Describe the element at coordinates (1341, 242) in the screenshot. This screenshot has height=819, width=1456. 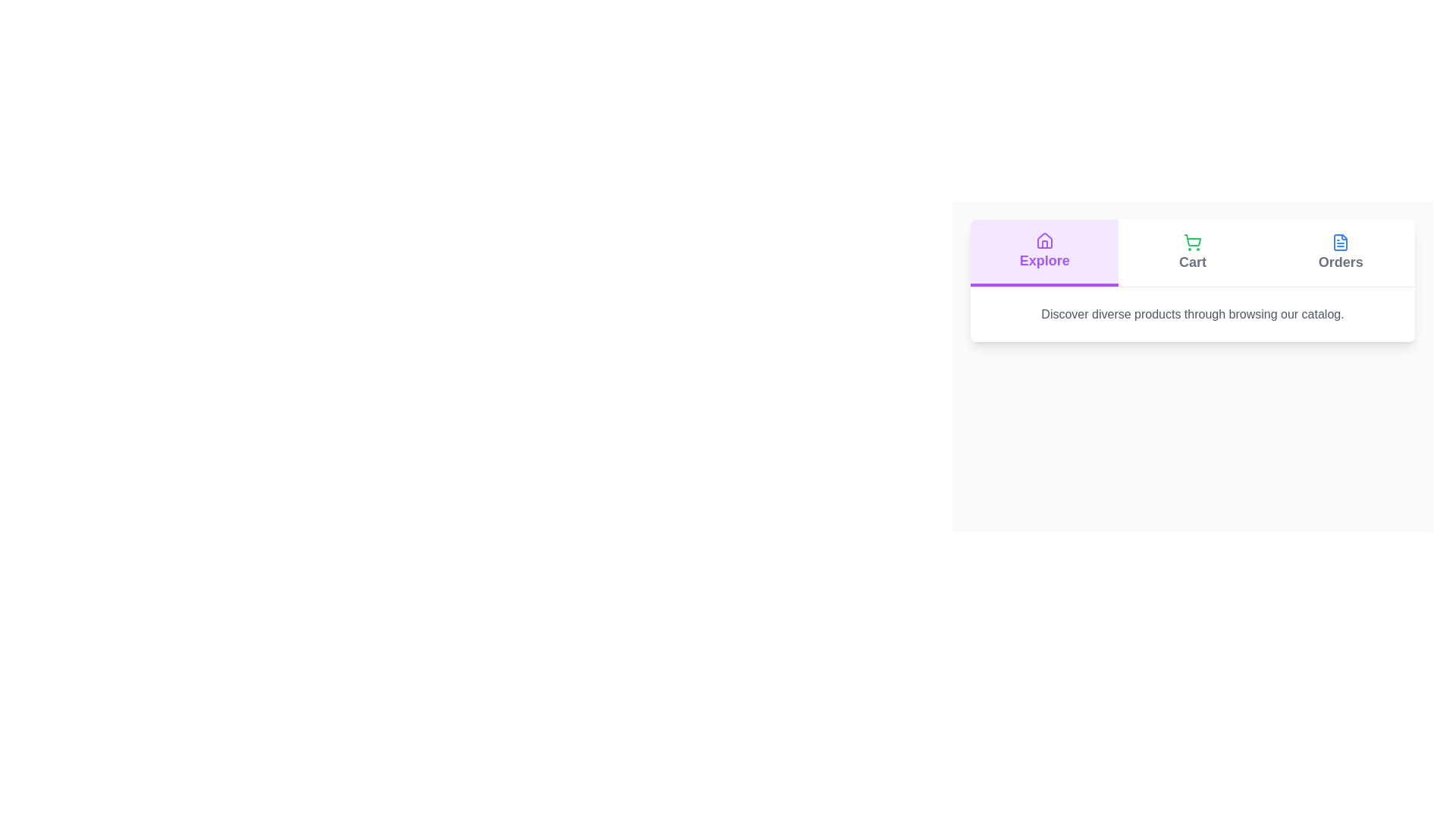
I see `the icon for the Orders tab to examine its visual representation` at that location.